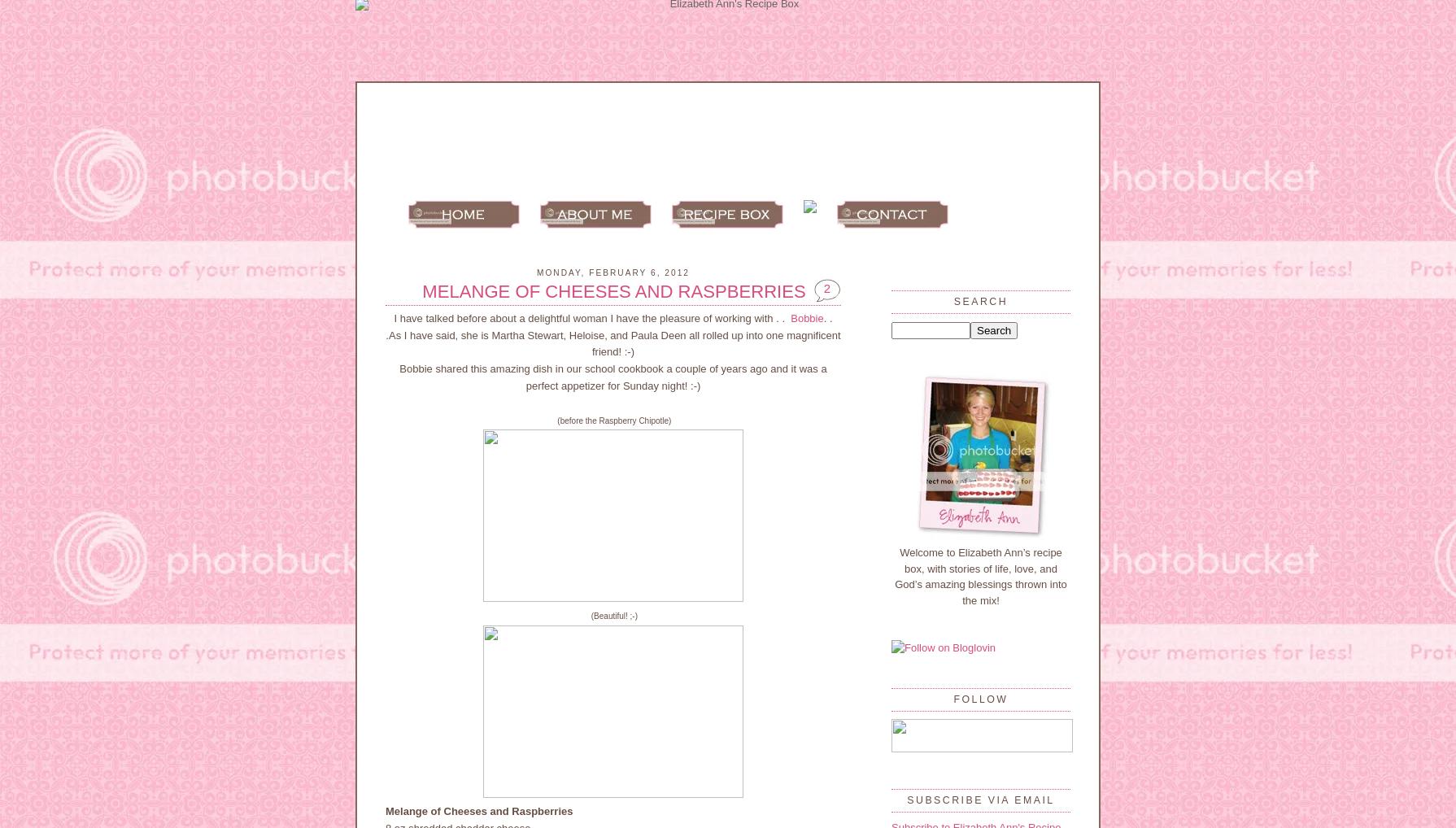 The width and height of the screenshot is (1456, 828). Describe the element at coordinates (980, 799) in the screenshot. I see `'Subscribe via email'` at that location.